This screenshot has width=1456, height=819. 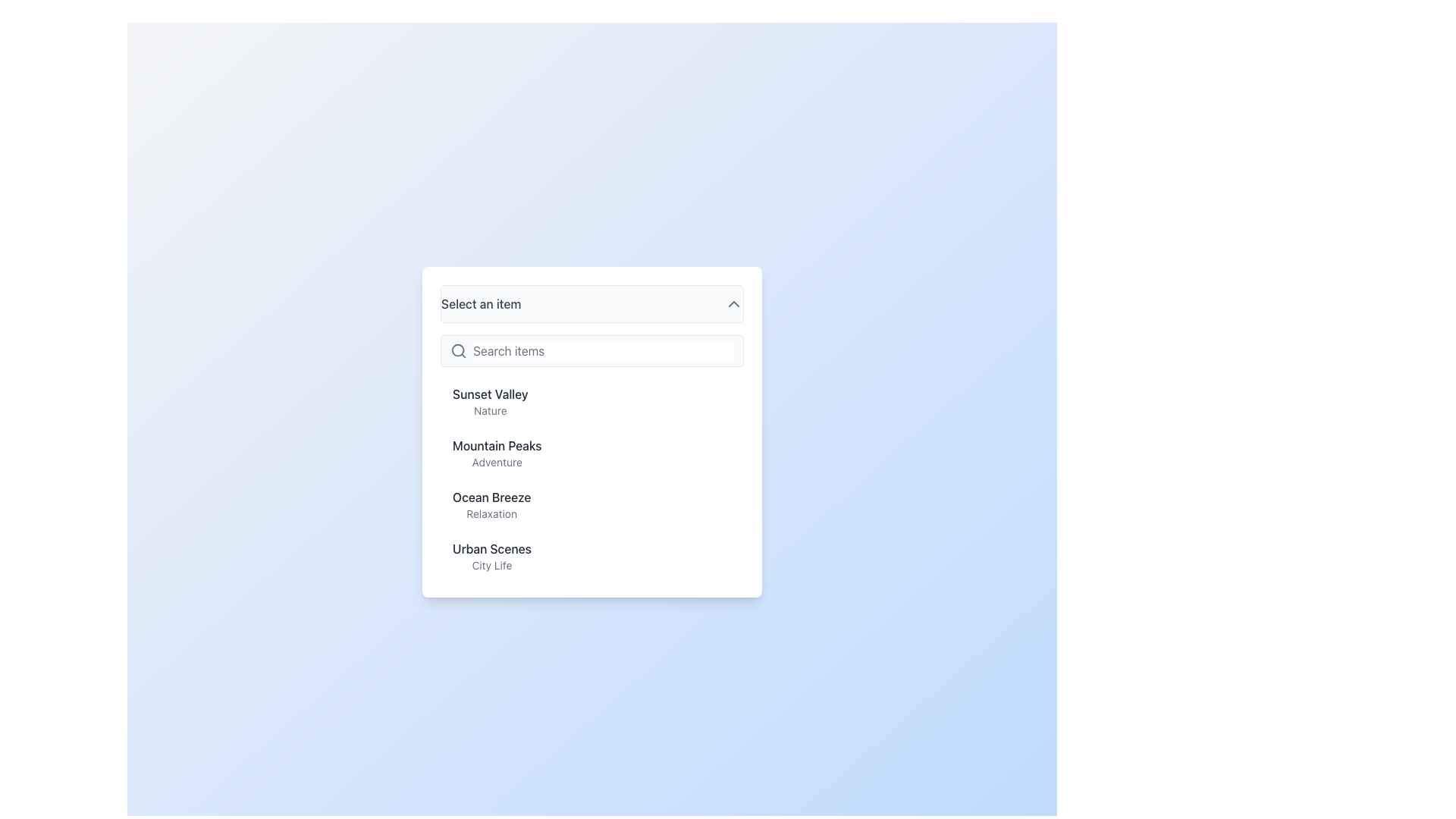 I want to click on the upward-pointing gray chevron icon located to the right of the 'Select an item' text in the dropdown box, so click(x=734, y=304).